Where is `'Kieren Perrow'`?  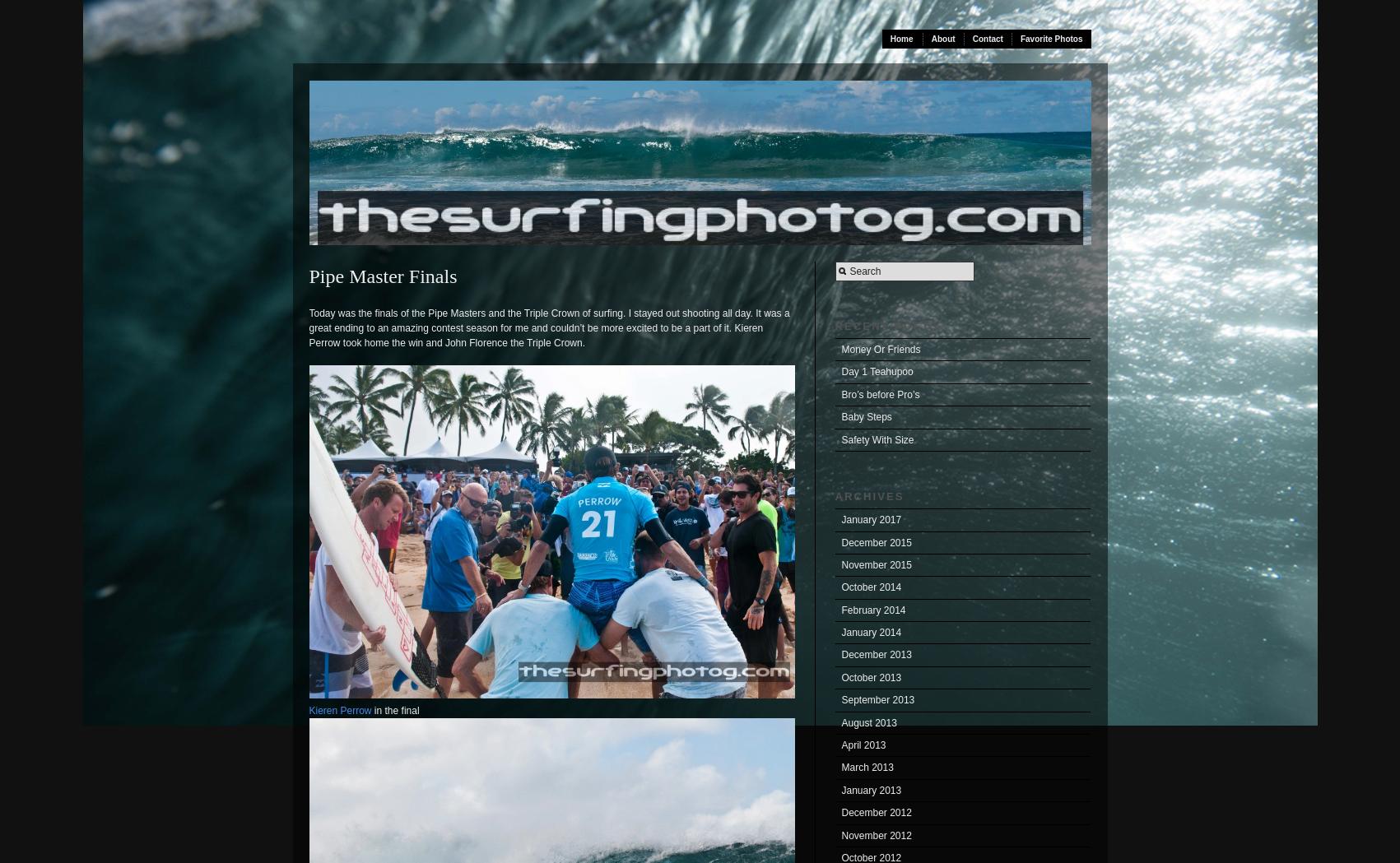 'Kieren Perrow' is located at coordinates (339, 710).